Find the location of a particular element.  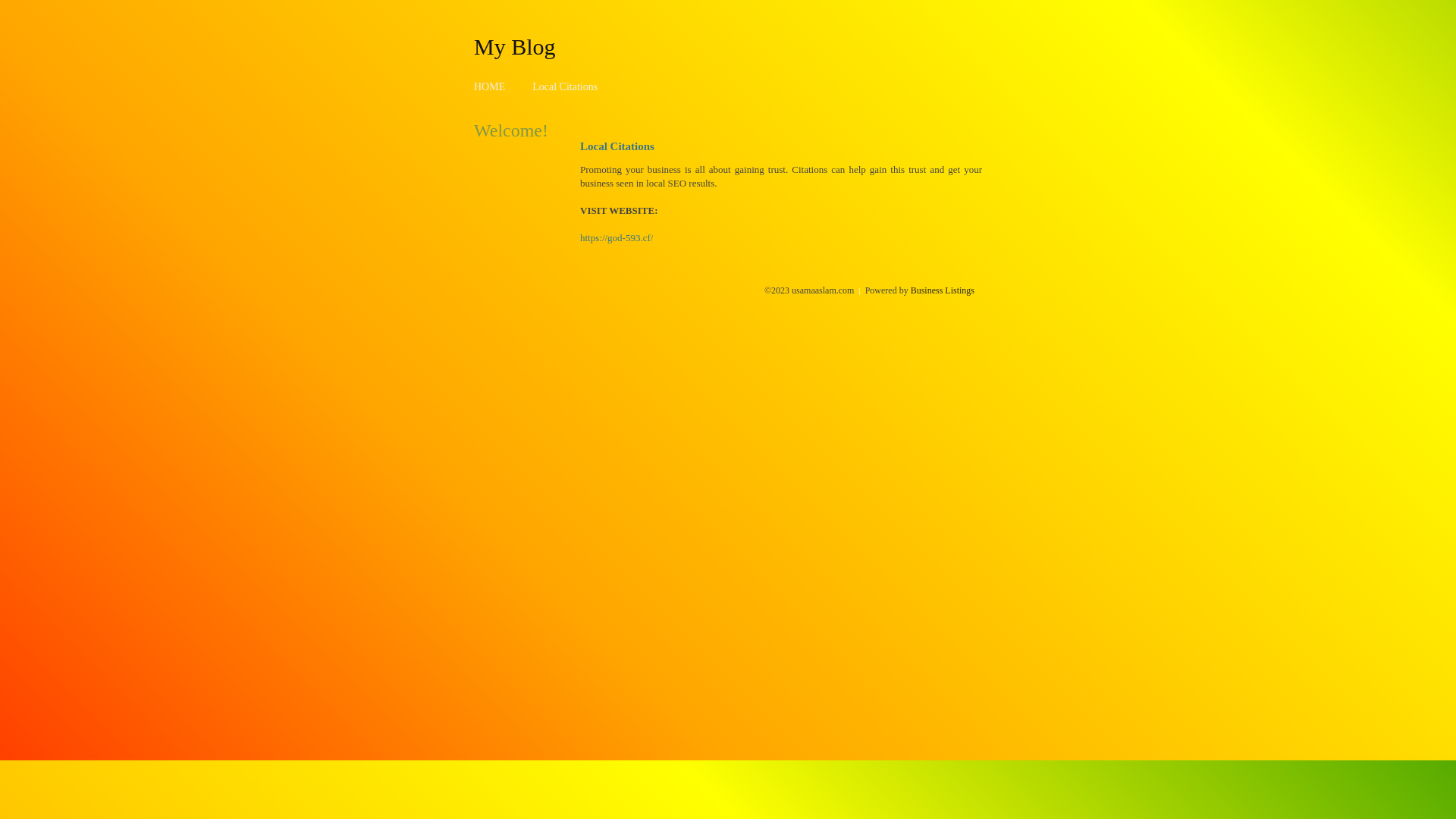

'HOME' is located at coordinates (489, 86).